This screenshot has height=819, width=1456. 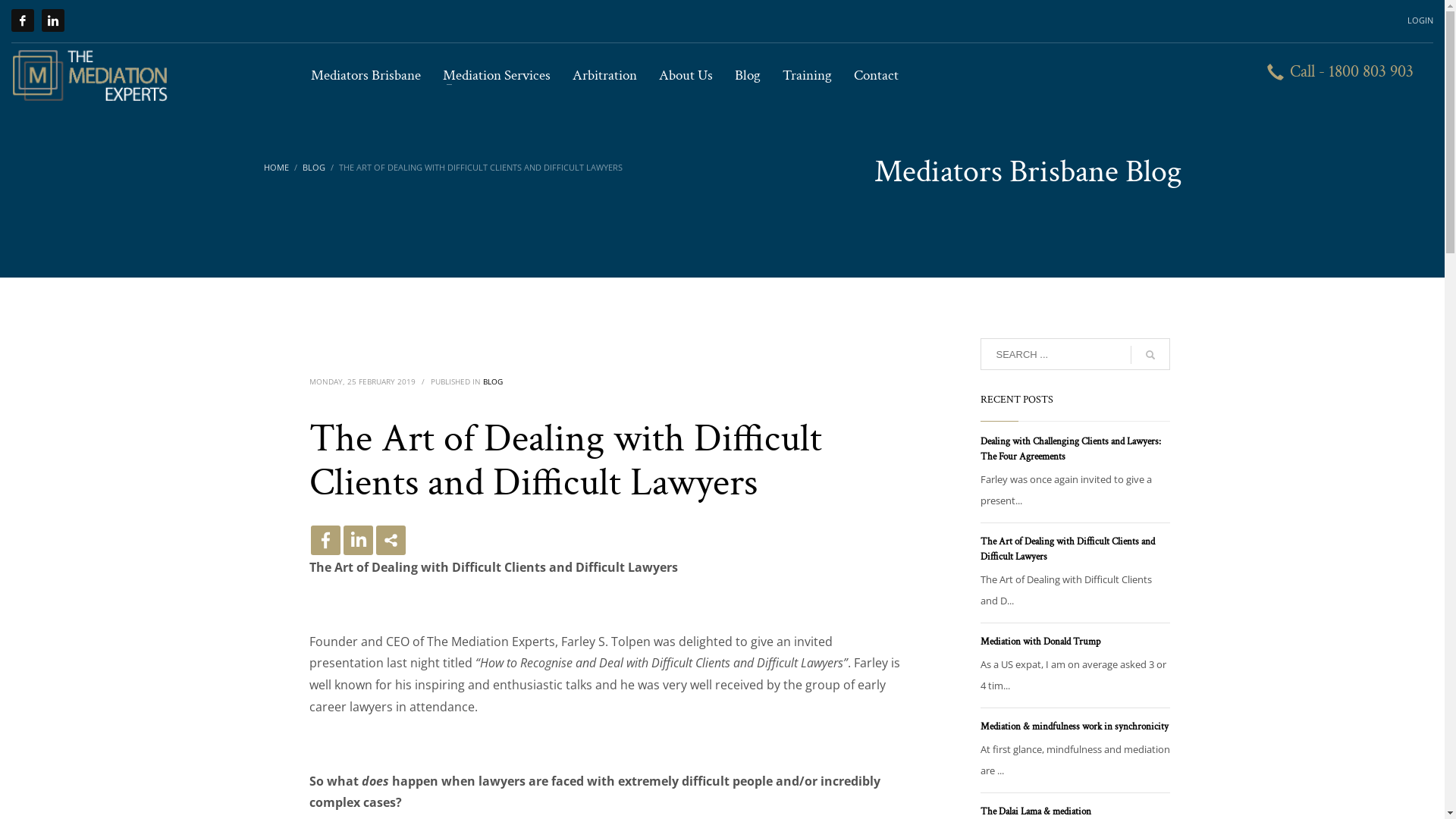 What do you see at coordinates (496, 76) in the screenshot?
I see `'Mediation Services'` at bounding box center [496, 76].